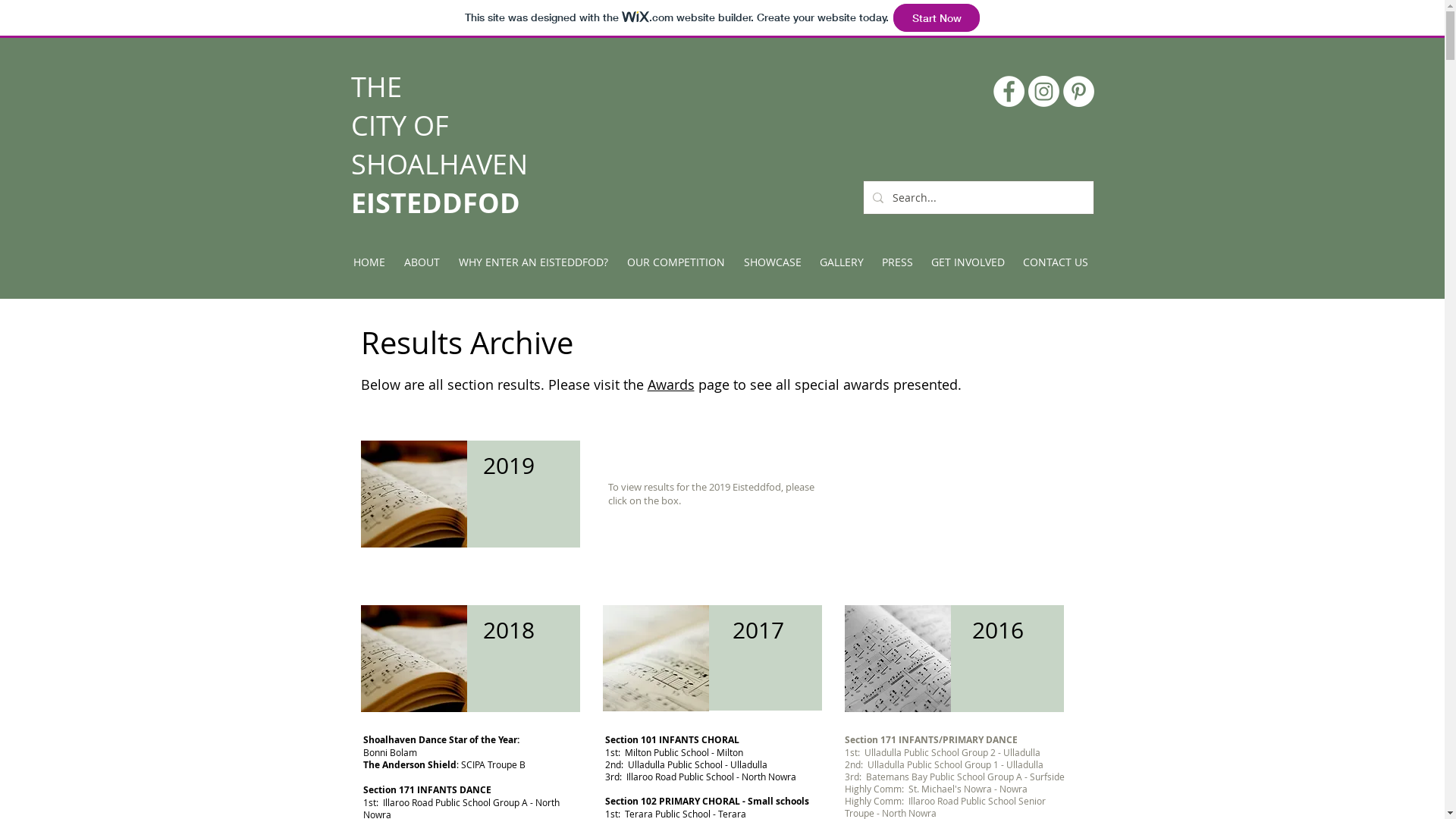 Image resolution: width=1456 pixels, height=819 pixels. Describe the element at coordinates (898, 262) in the screenshot. I see `'PRESS'` at that location.